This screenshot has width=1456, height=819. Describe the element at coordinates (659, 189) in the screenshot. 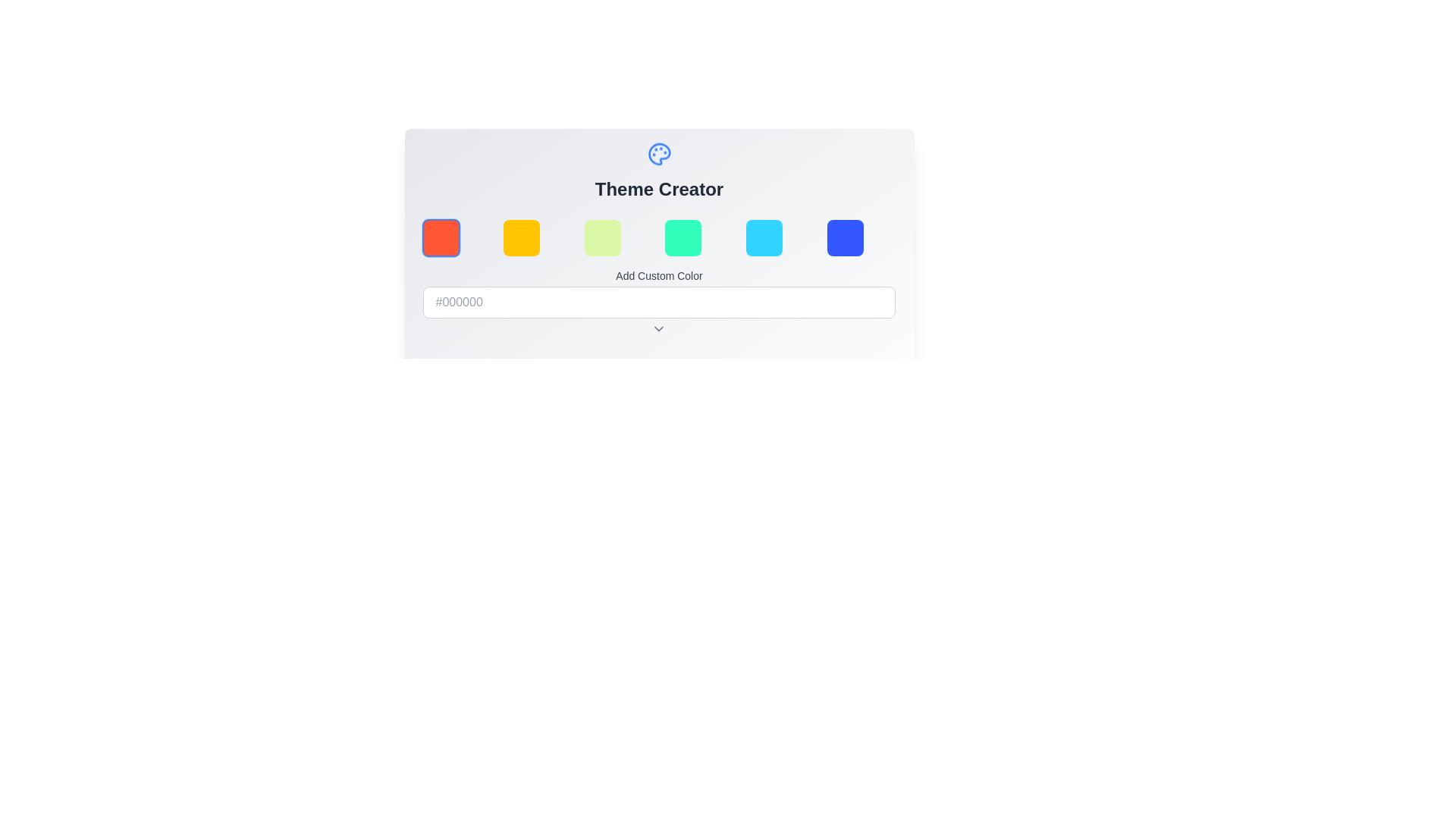

I see `the static text label displaying 'Theme Creator', which is bold and large, centrally aligned, and colored dark gray` at that location.